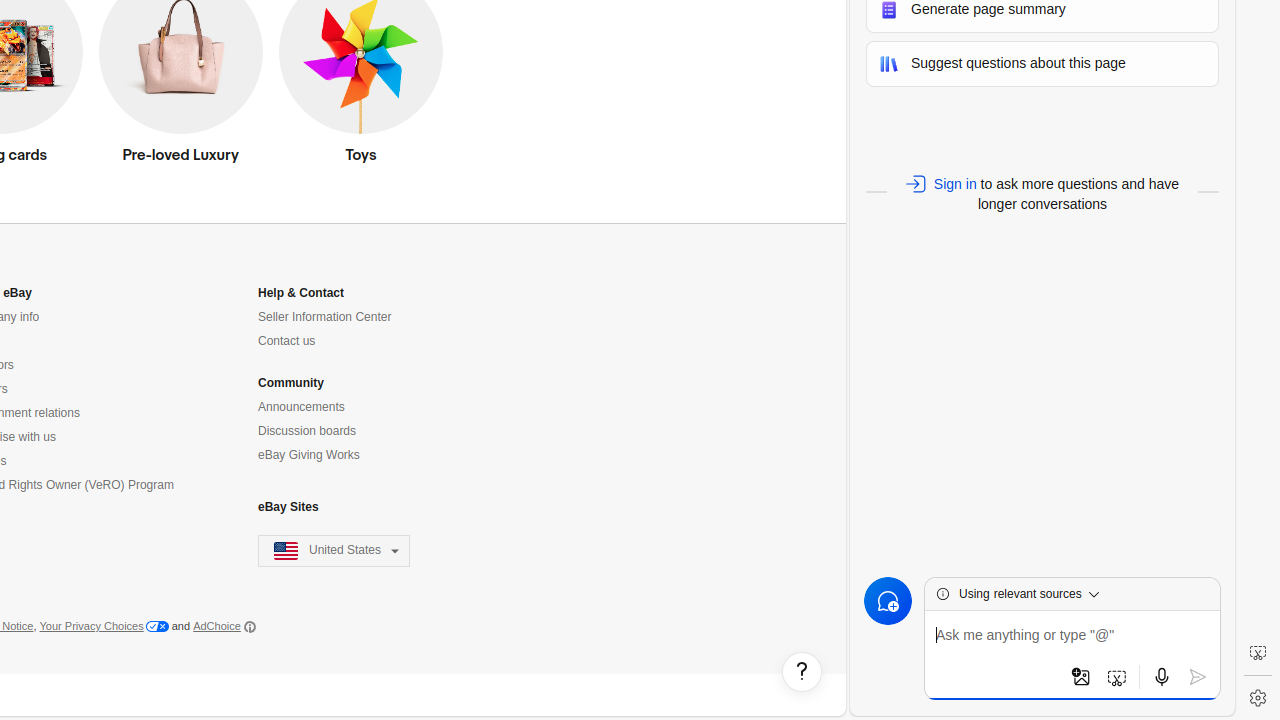 The width and height of the screenshot is (1280, 720). What do you see at coordinates (307, 455) in the screenshot?
I see `'eBay Giving Works'` at bounding box center [307, 455].